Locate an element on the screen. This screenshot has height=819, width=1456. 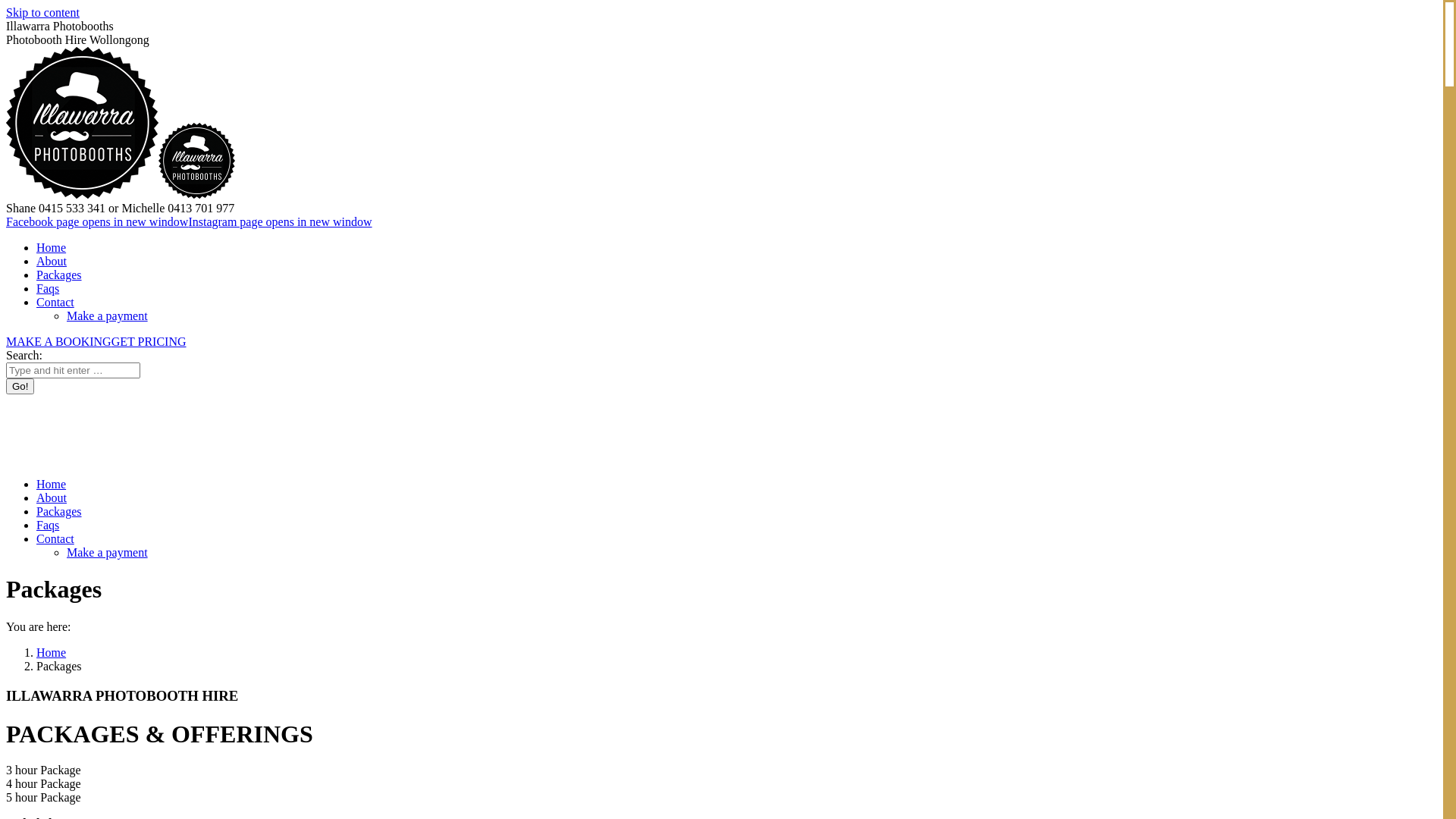
'Home' is located at coordinates (51, 651).